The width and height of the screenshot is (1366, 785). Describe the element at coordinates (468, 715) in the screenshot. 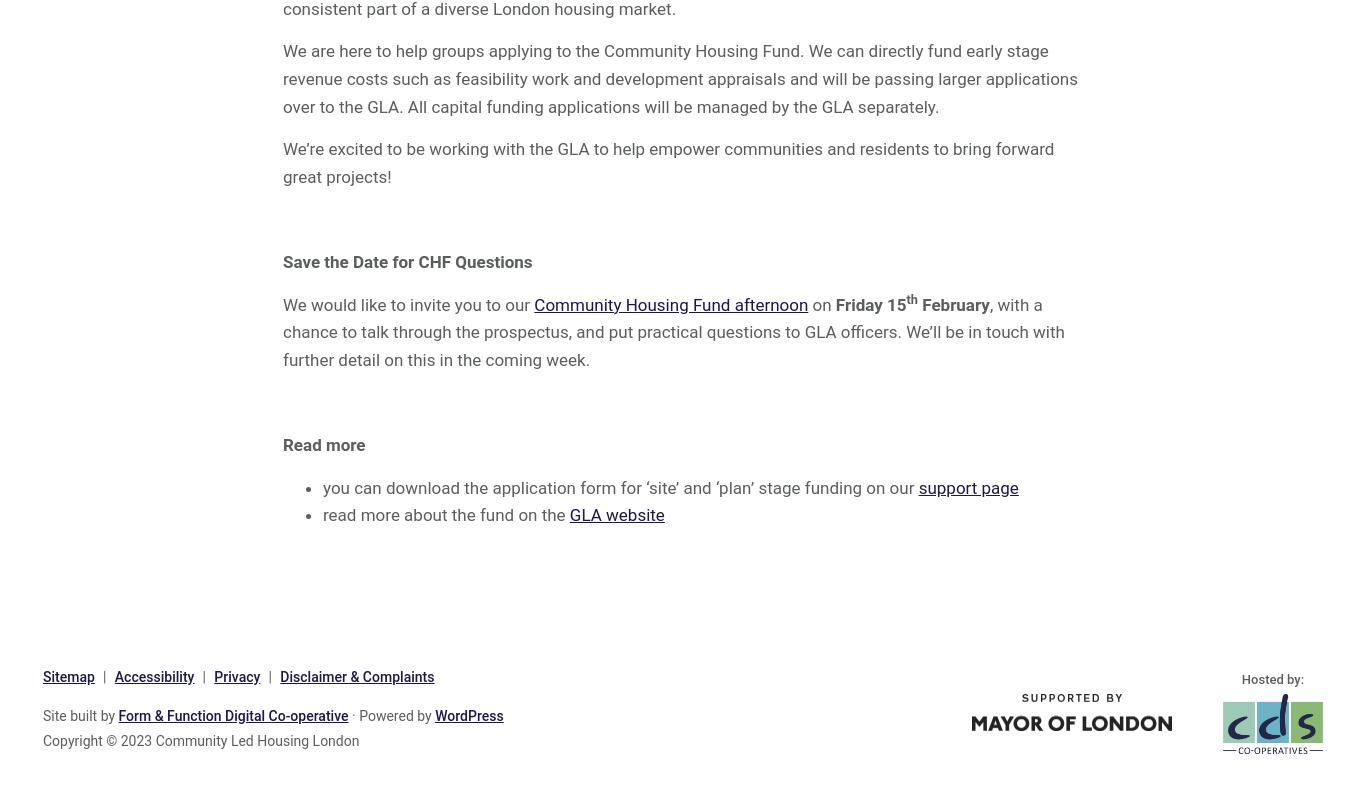

I see `'WordPress'` at that location.